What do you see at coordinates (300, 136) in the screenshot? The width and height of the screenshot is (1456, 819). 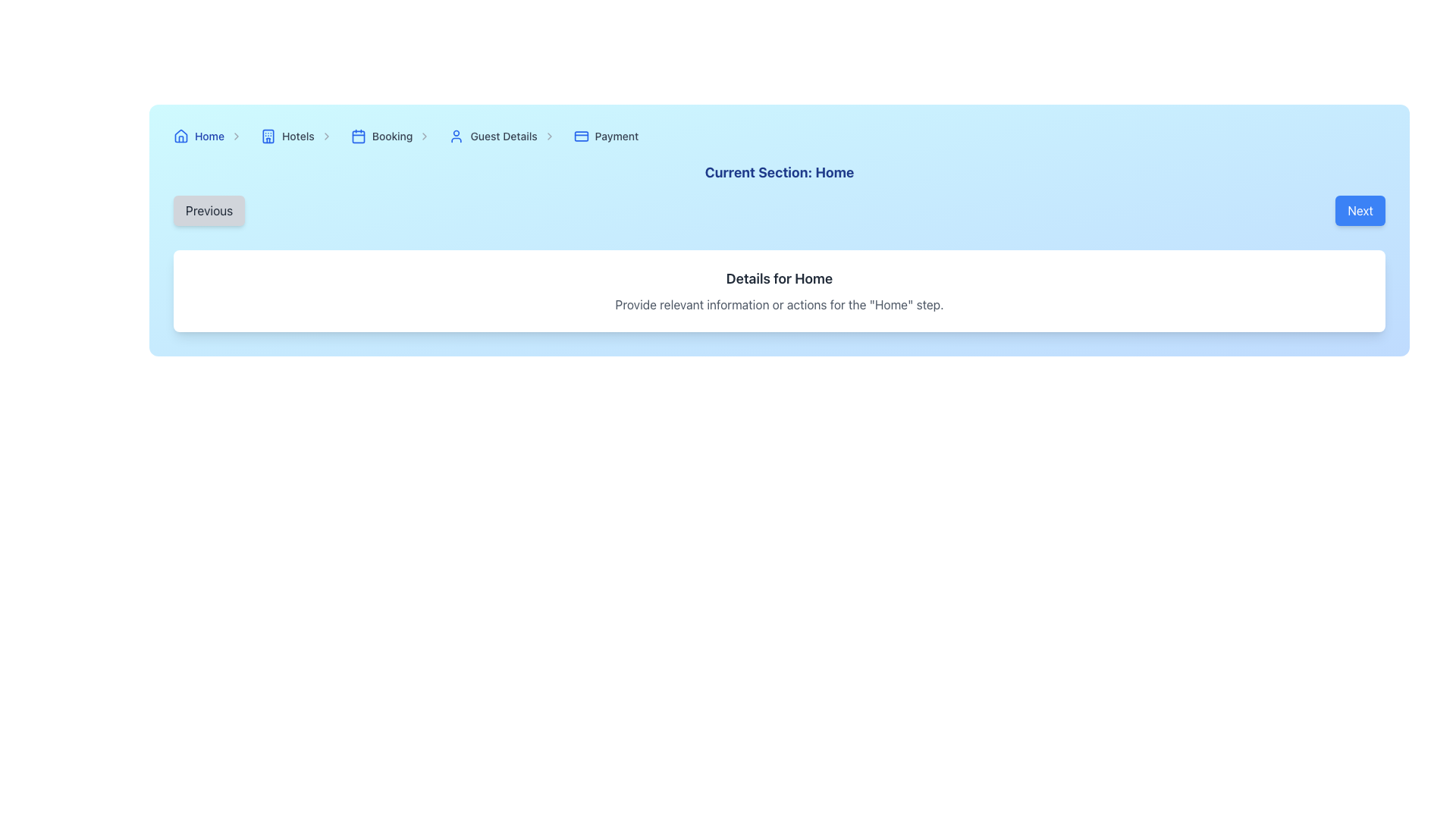 I see `the breadcrumb link for 'Hotels'` at bounding box center [300, 136].